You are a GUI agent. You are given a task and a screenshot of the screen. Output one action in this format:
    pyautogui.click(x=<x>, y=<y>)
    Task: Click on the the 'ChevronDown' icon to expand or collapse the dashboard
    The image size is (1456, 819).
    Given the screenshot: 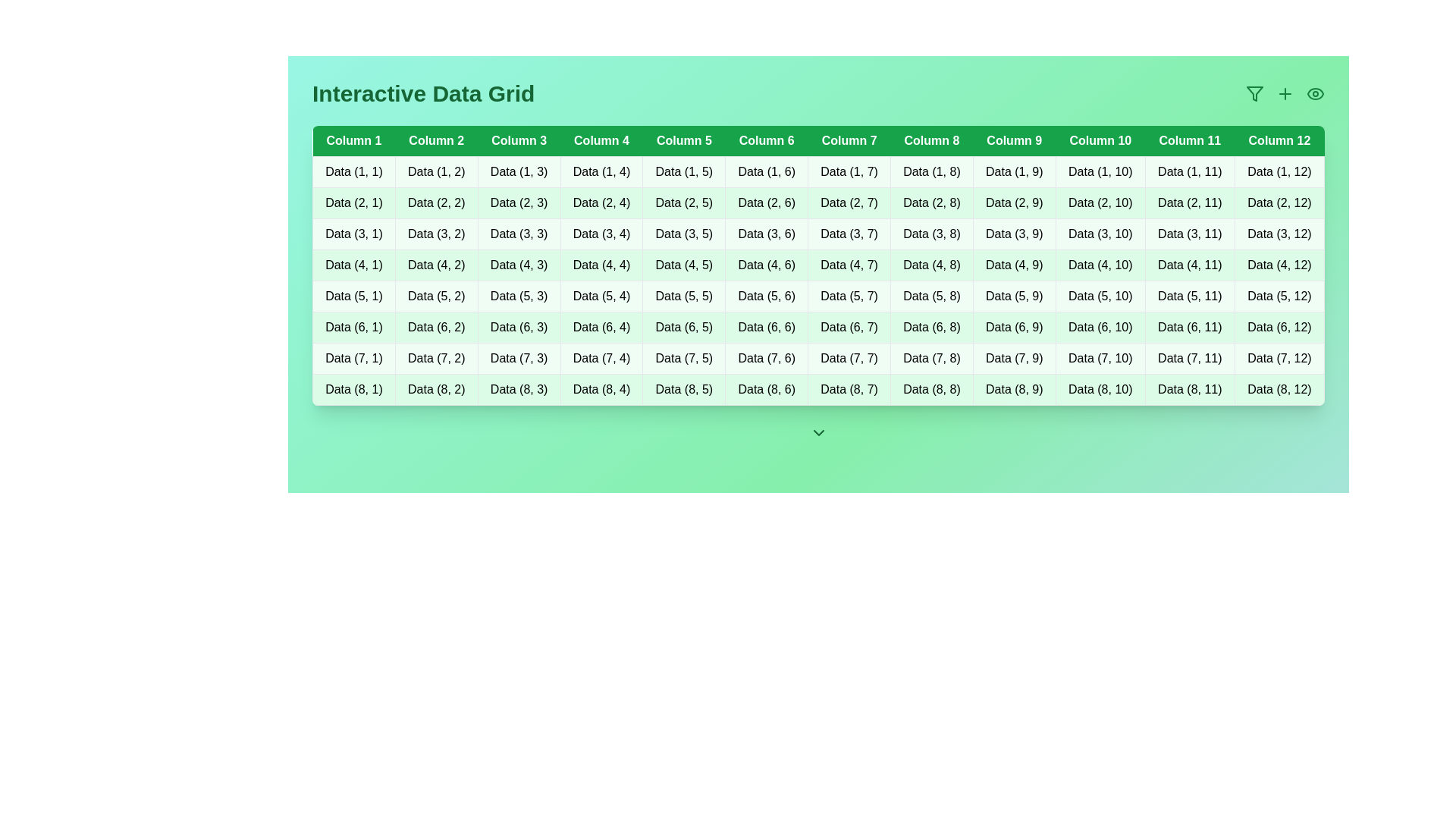 What is the action you would take?
    pyautogui.click(x=817, y=432)
    